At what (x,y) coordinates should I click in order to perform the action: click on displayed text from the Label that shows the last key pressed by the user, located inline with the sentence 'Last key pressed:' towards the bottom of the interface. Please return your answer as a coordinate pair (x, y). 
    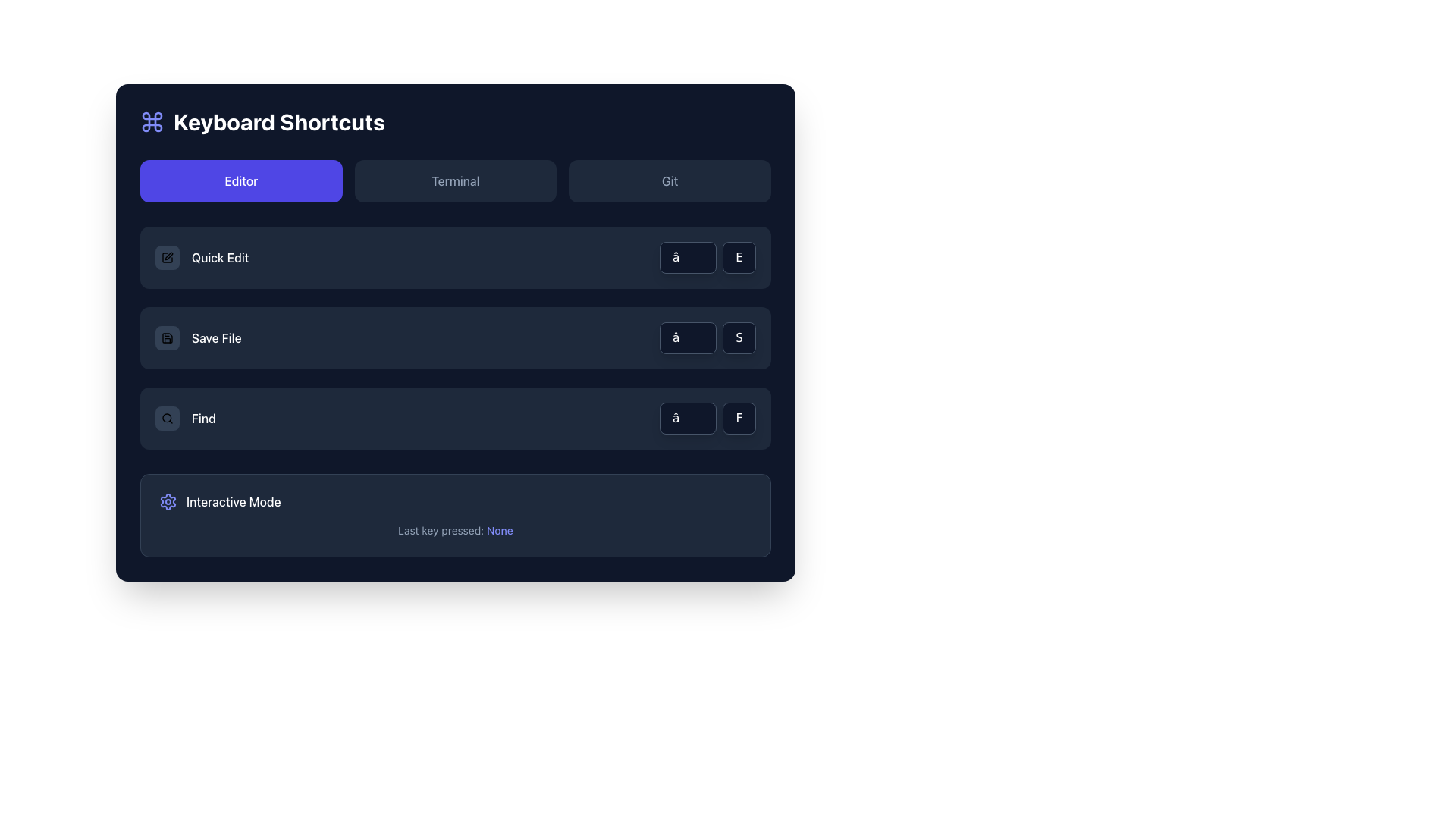
    Looking at the image, I should click on (500, 529).